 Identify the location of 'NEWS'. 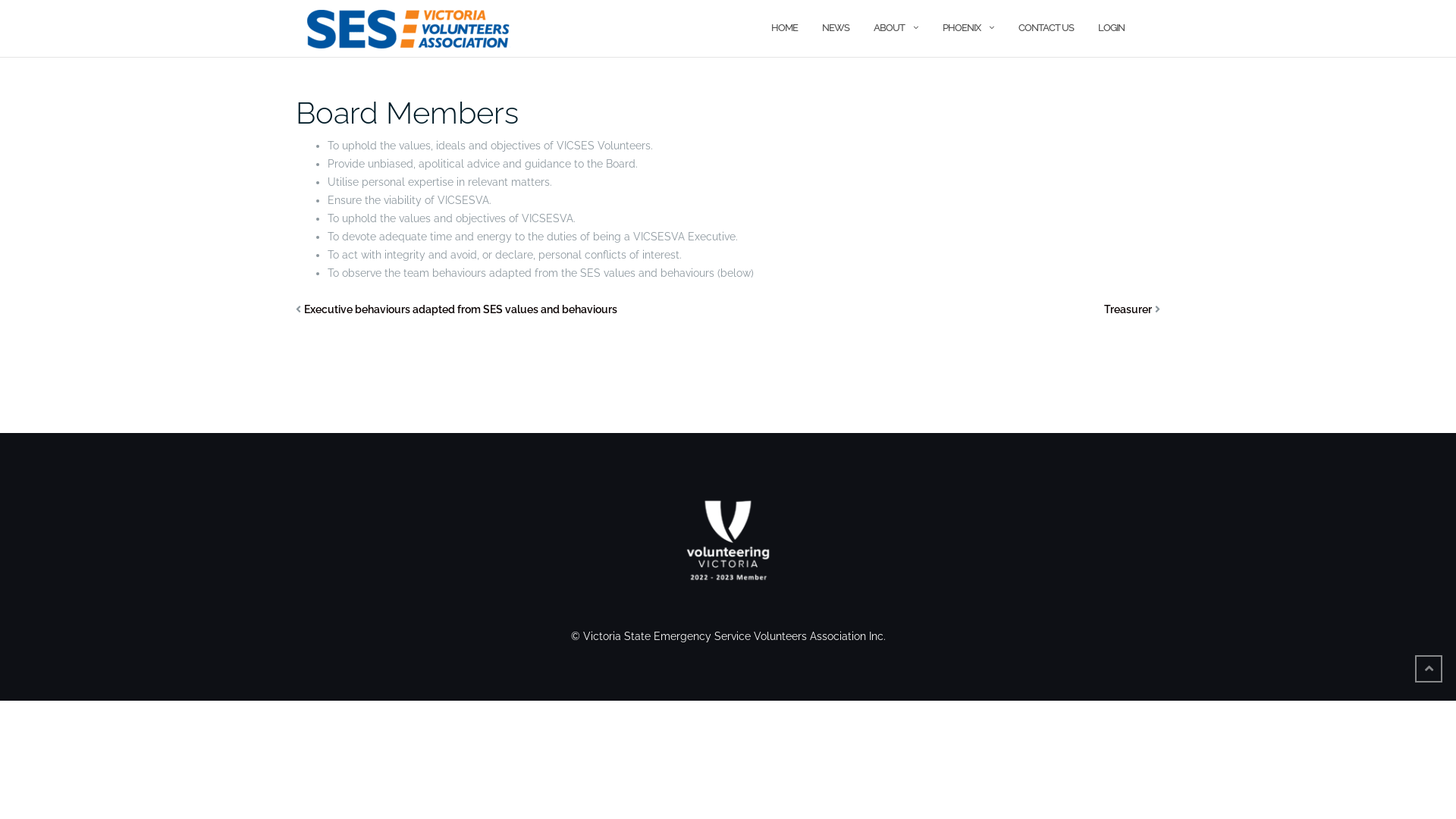
(835, 28).